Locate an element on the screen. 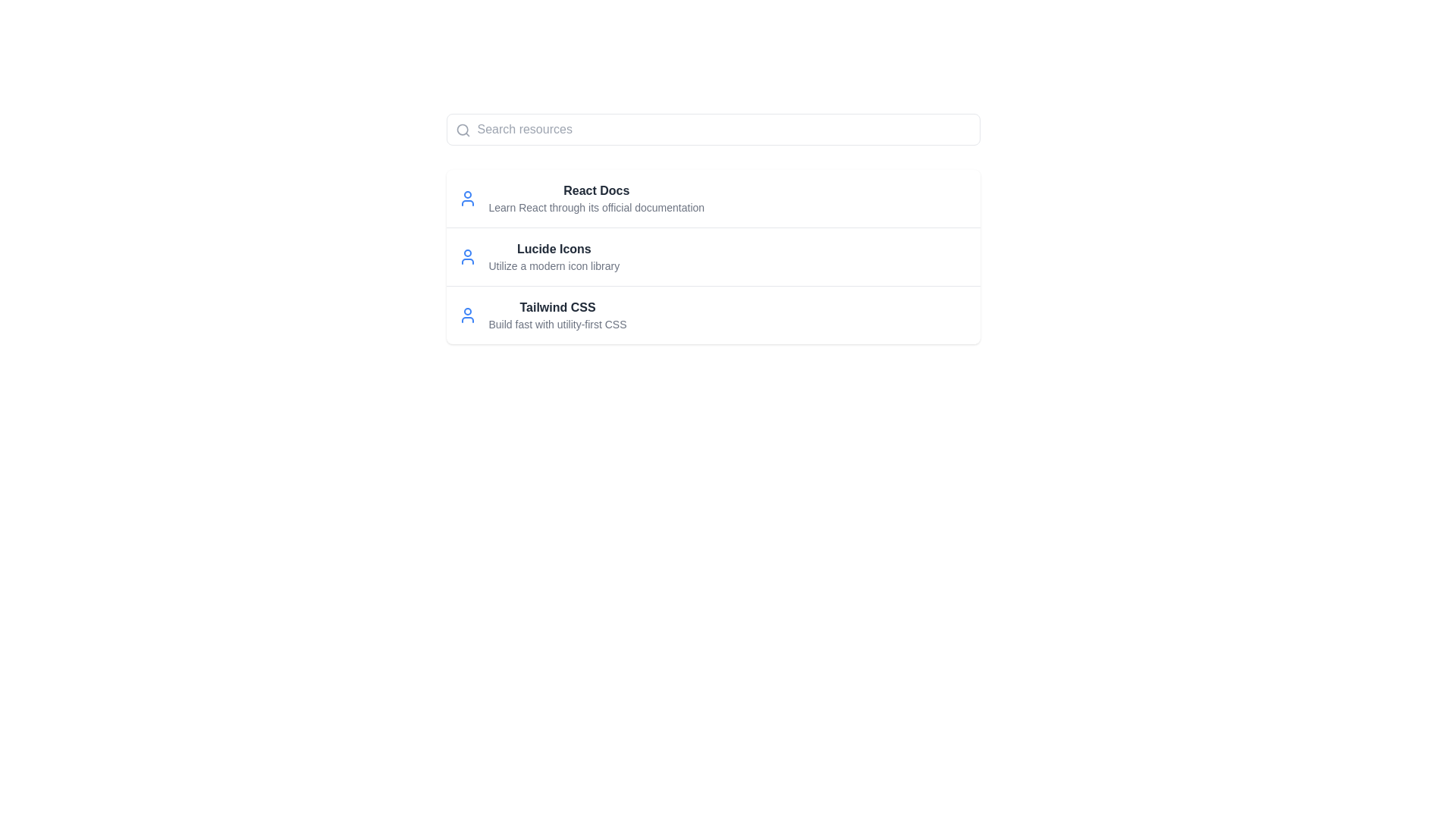 The height and width of the screenshot is (819, 1456). header text element located at the top of the first entry in the list, which provides a clear and concise description of the entry's content is located at coordinates (595, 190).